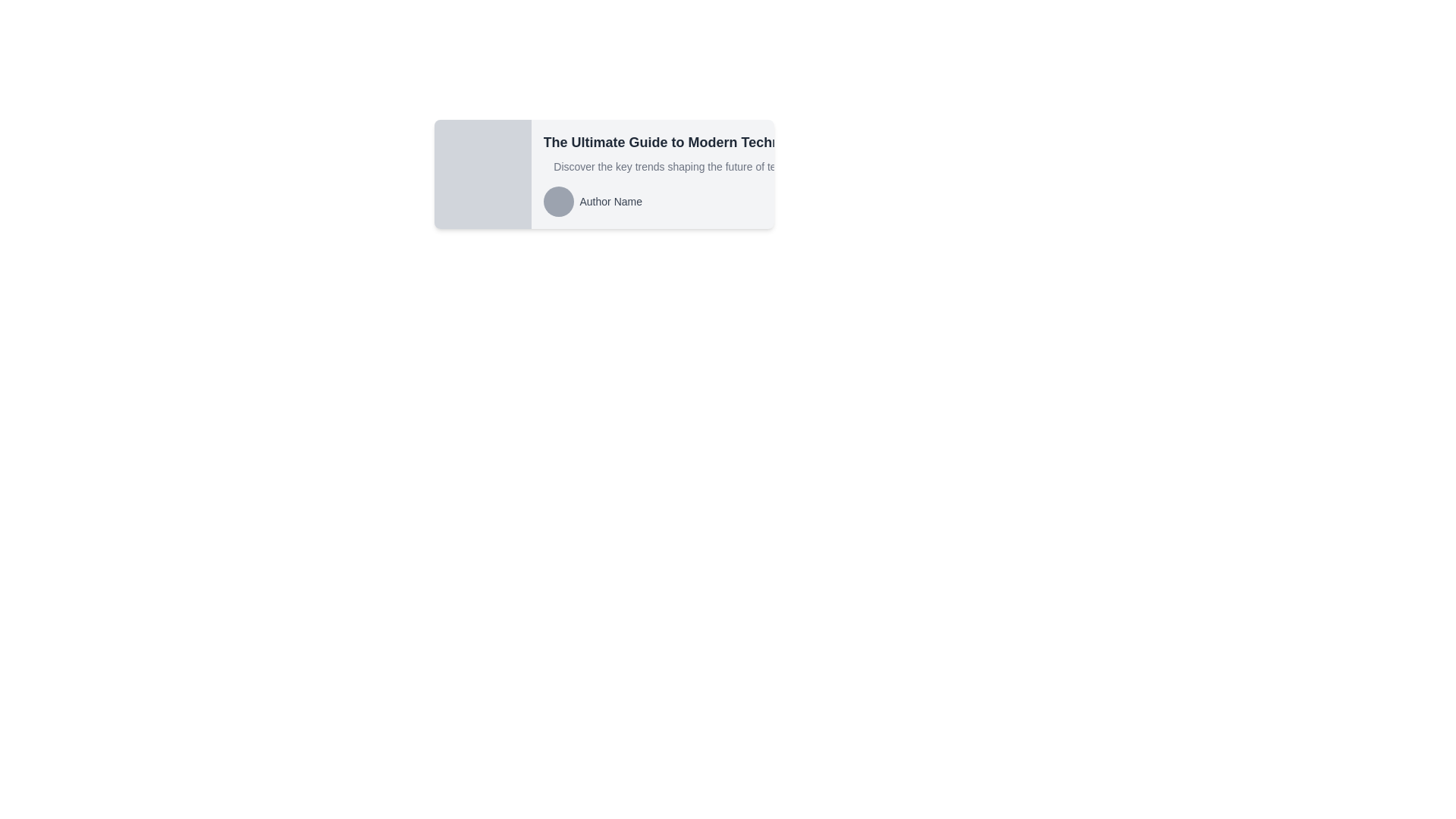 The width and height of the screenshot is (1456, 819). What do you see at coordinates (711, 143) in the screenshot?
I see `the text label displaying 'The Ultimate Guide to Modern Technology', which is positioned at the top of the card layout above the summary and author details` at bounding box center [711, 143].